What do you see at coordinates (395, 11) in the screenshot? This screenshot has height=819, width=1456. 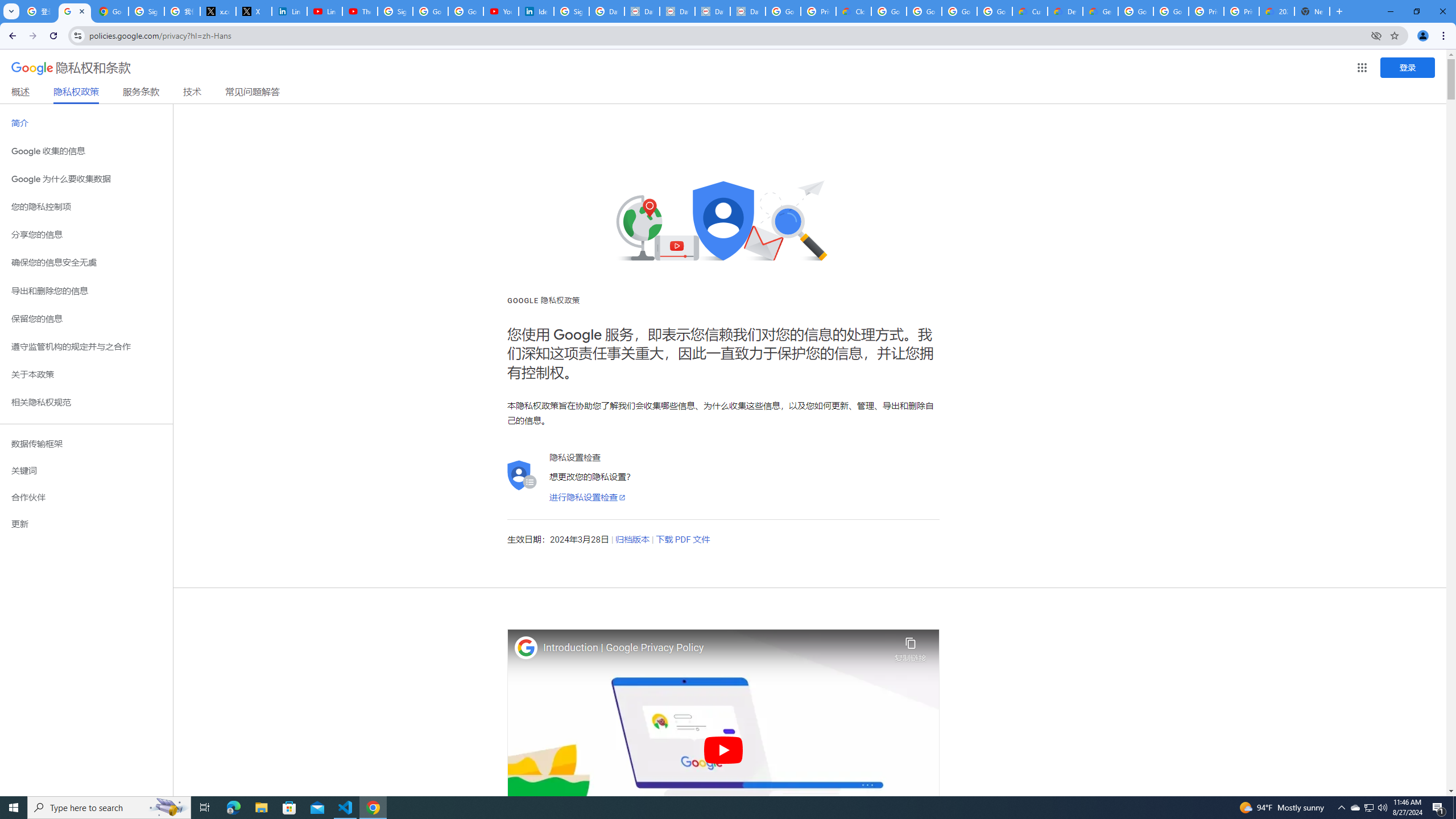 I see `'Sign in - Google Accounts'` at bounding box center [395, 11].